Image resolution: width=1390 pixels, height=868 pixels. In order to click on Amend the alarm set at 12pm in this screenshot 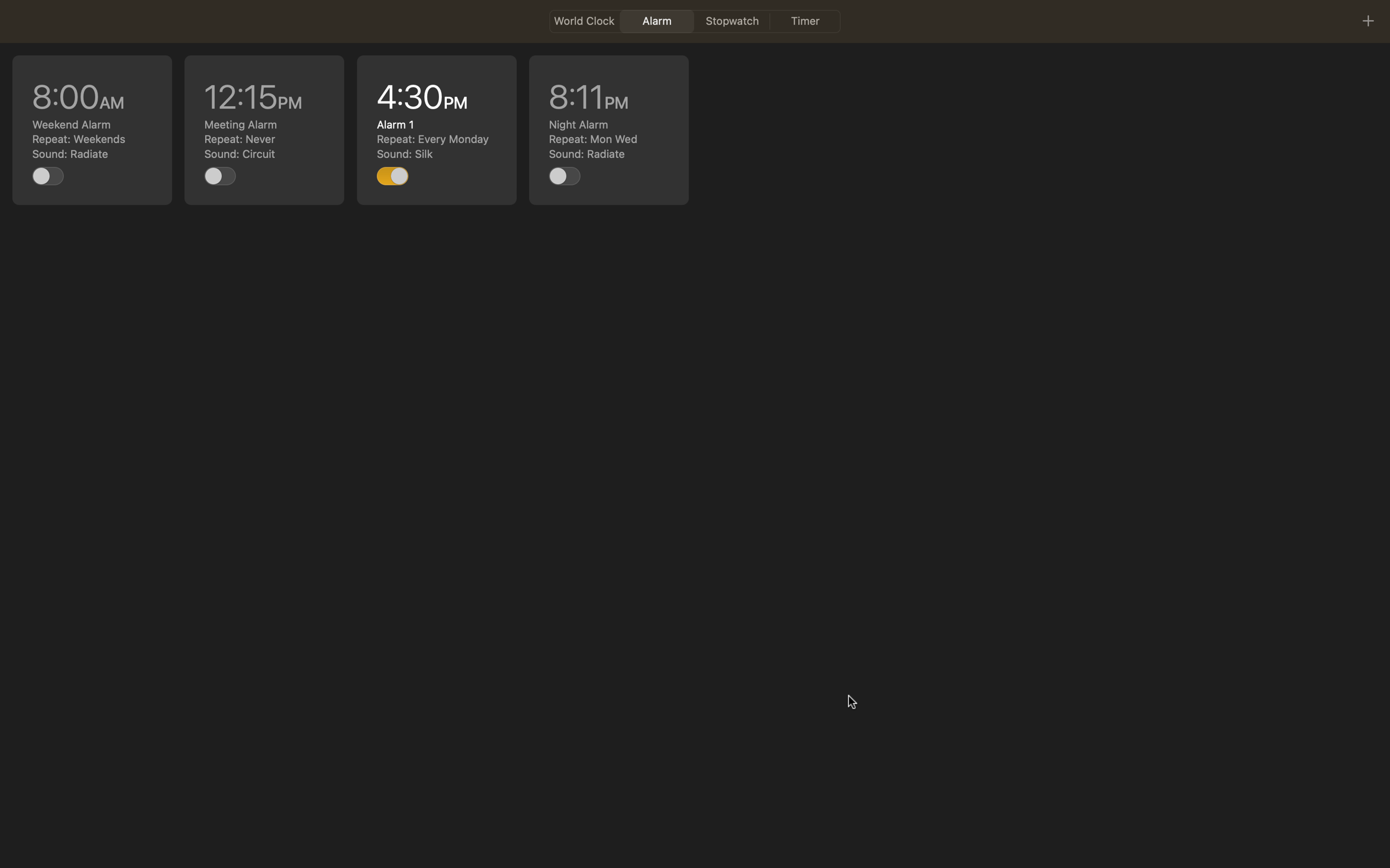, I will do `click(264, 129)`.